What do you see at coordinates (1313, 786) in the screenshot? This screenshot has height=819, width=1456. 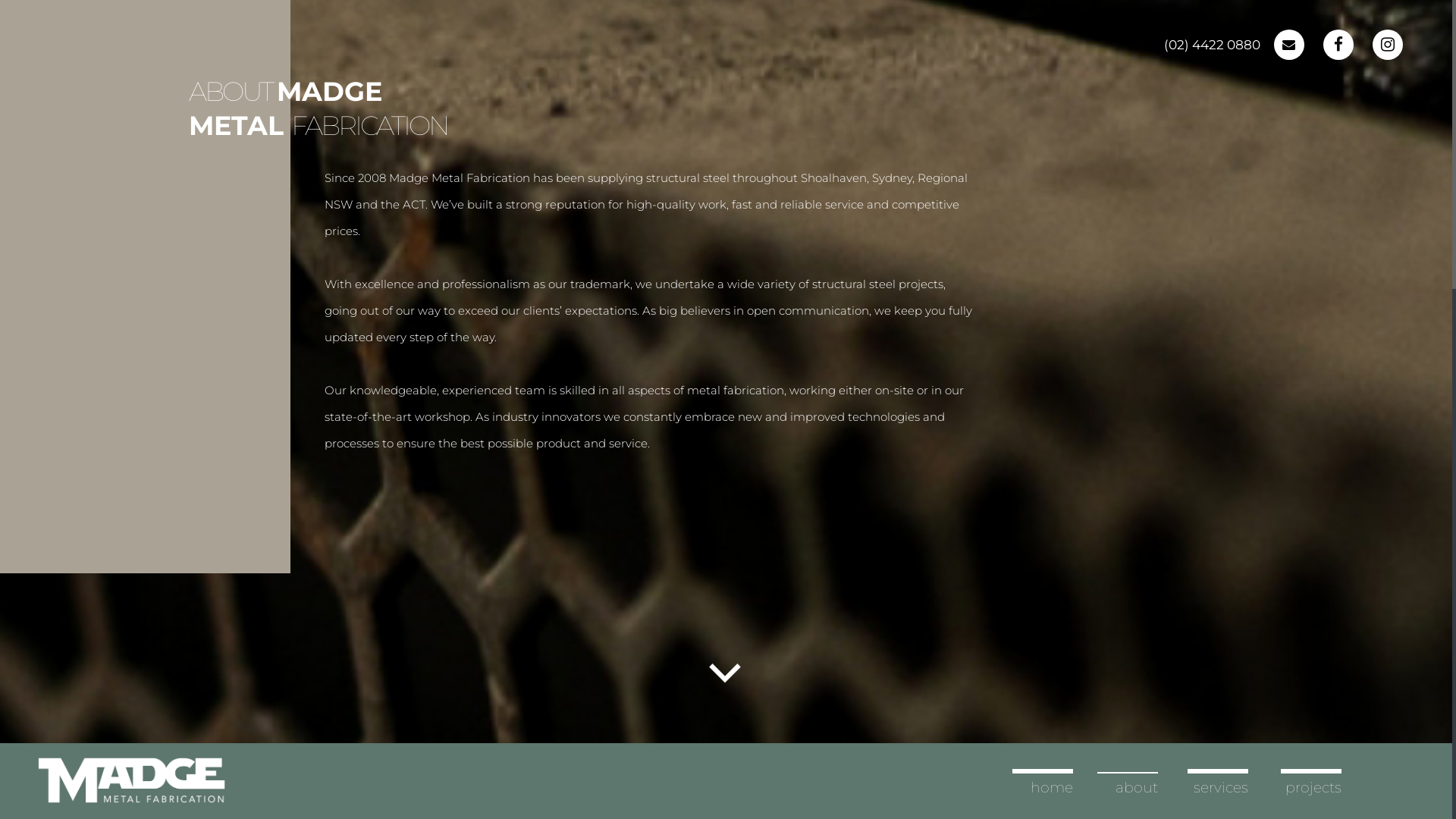 I see `'projects'` at bounding box center [1313, 786].